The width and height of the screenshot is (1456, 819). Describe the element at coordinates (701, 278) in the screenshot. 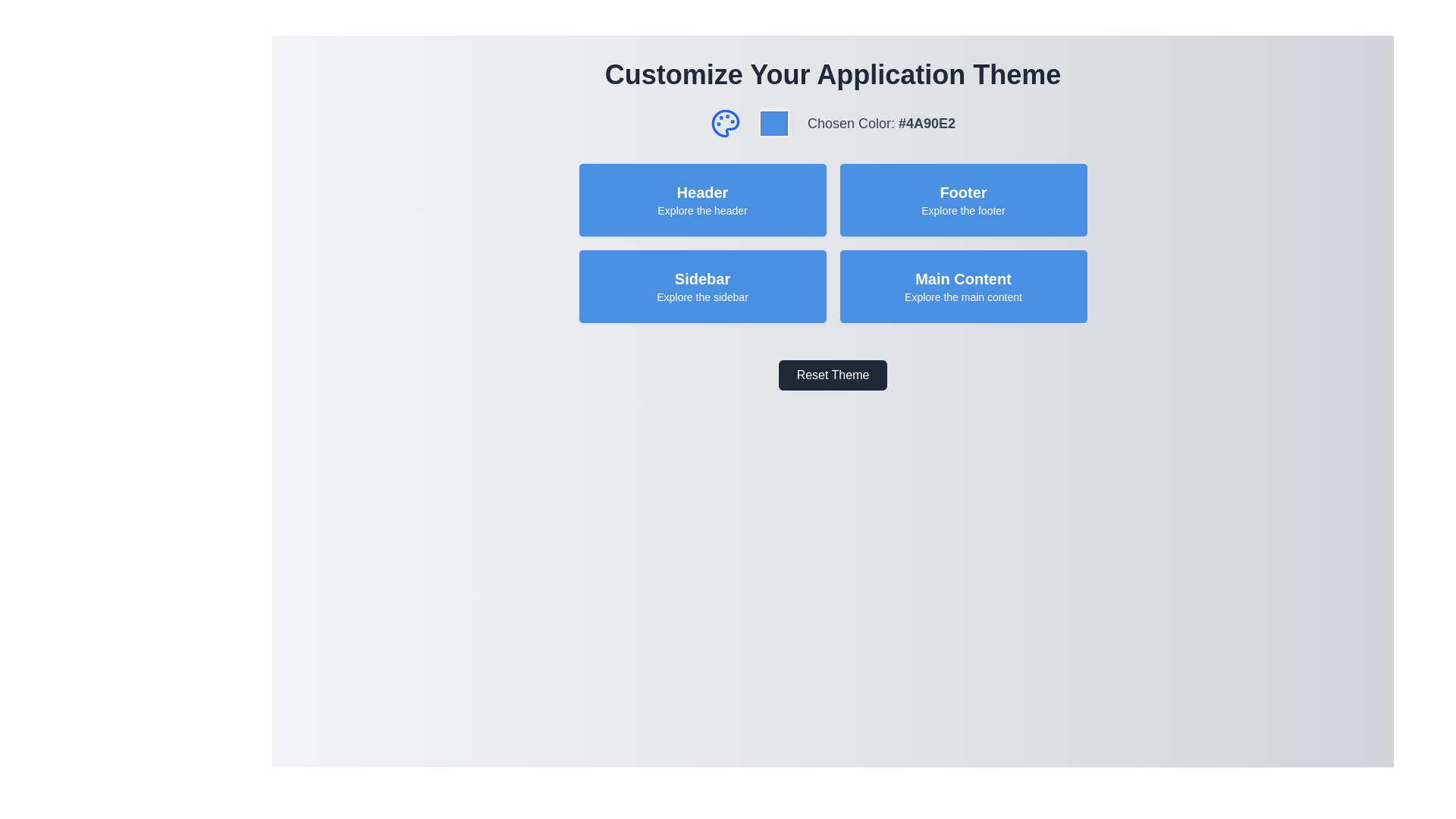

I see `text 'Sidebar' displayed in bold white on a blue rectangular background, located in the bottom-left section of the four-button grid` at that location.